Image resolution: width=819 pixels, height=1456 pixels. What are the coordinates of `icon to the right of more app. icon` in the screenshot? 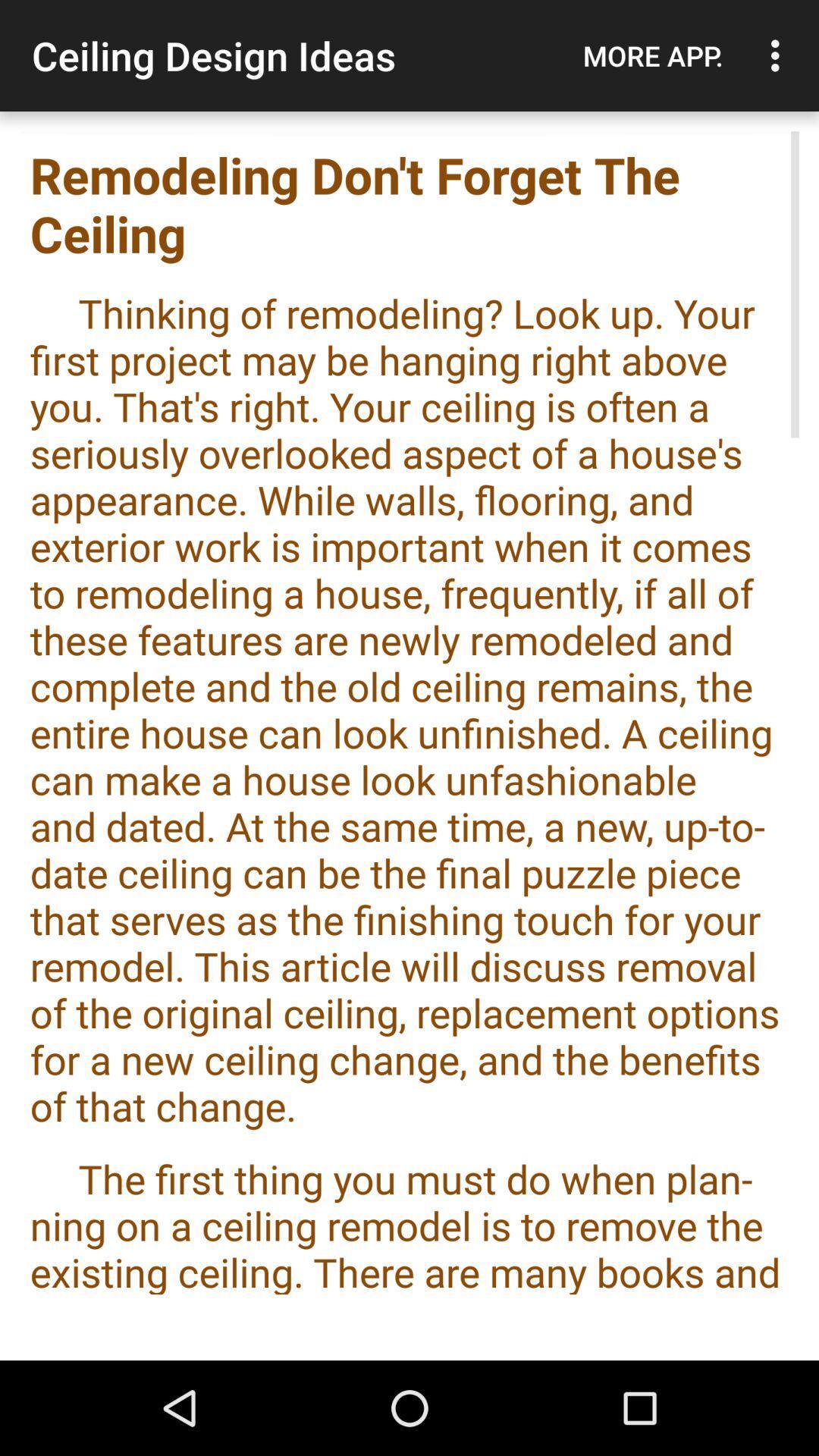 It's located at (779, 55).